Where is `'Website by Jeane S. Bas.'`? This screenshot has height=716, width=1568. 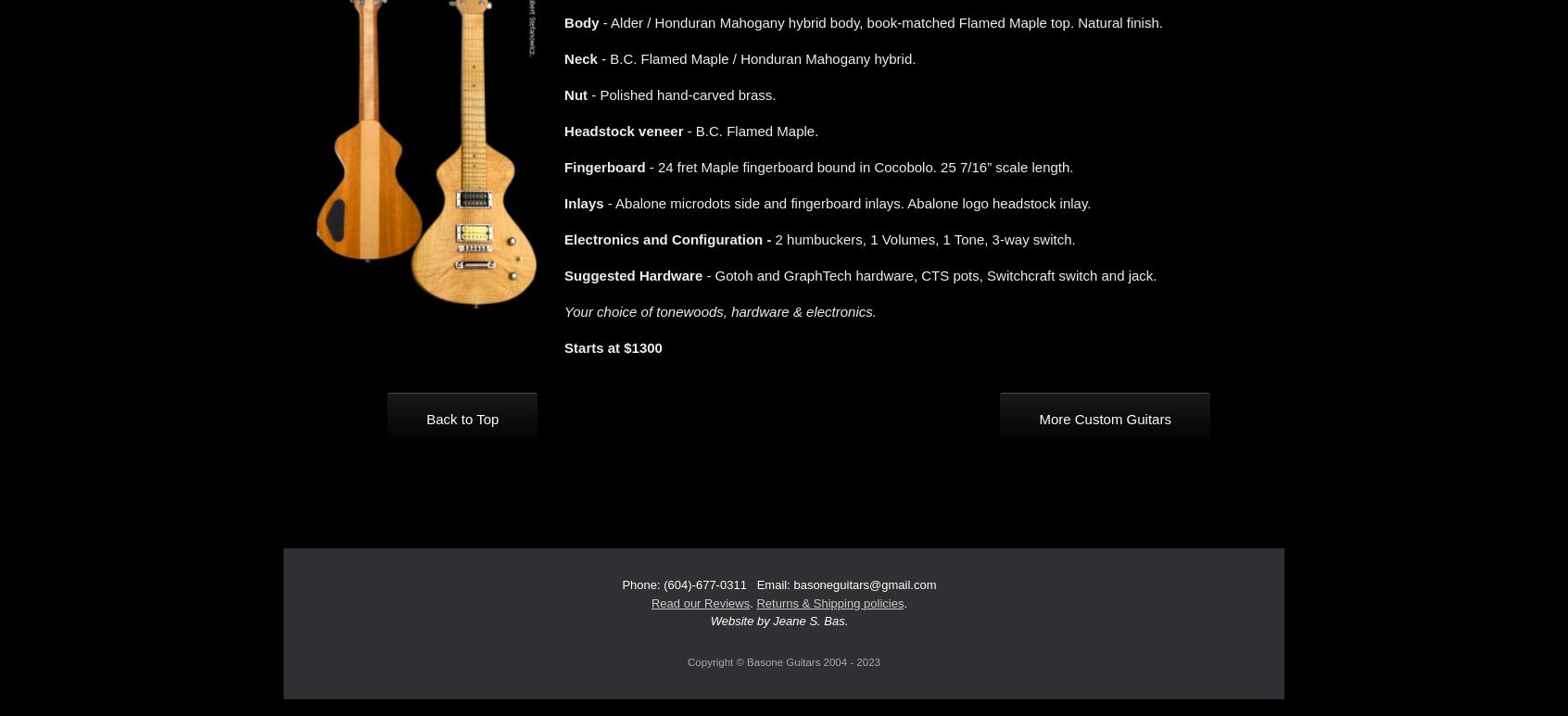 'Website by Jeane S. Bas.' is located at coordinates (708, 620).